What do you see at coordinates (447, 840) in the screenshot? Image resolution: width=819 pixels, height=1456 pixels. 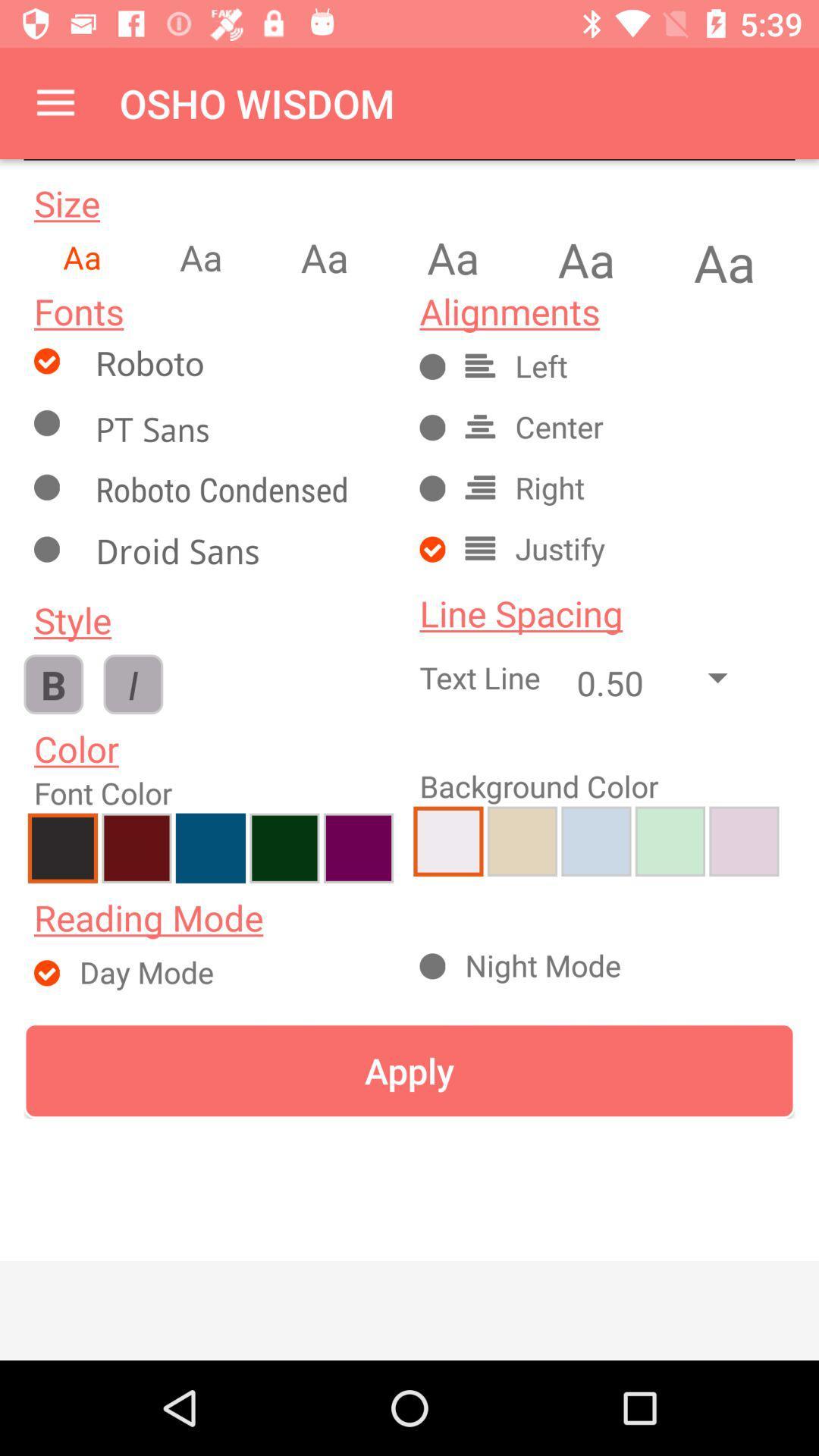 I see `selects background color` at bounding box center [447, 840].